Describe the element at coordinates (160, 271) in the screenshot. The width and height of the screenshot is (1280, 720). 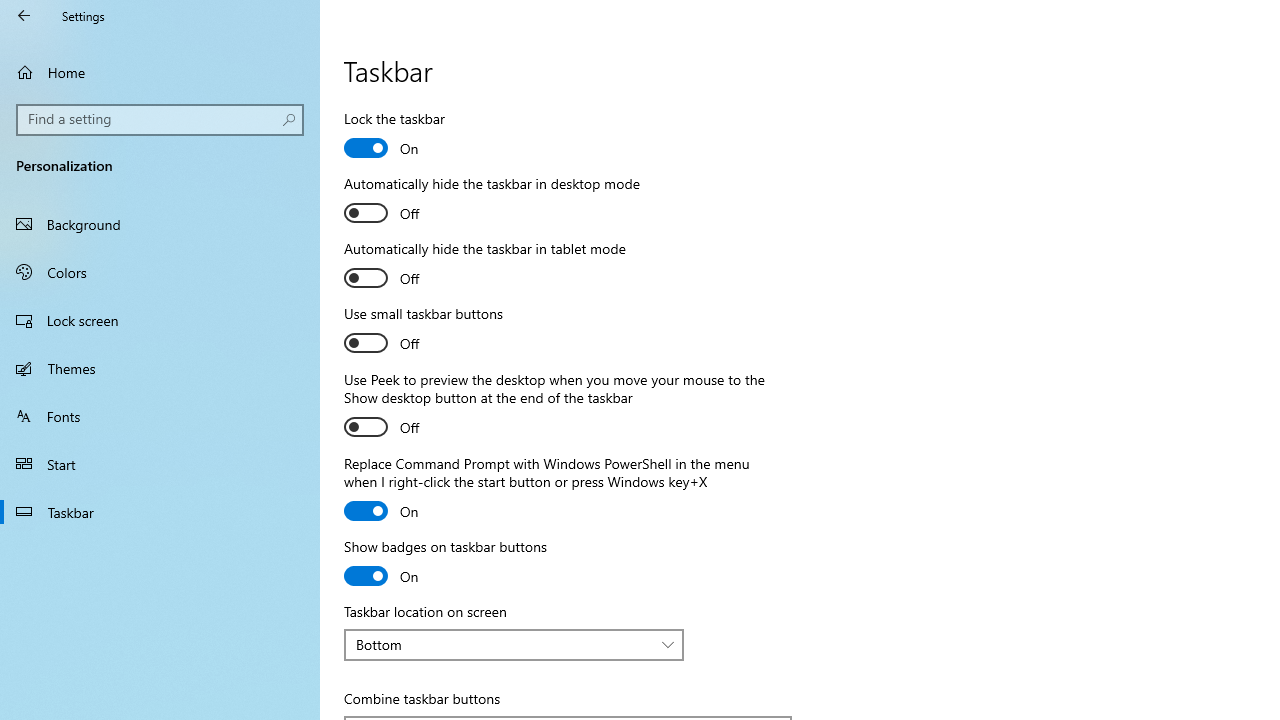
I see `'Colors'` at that location.